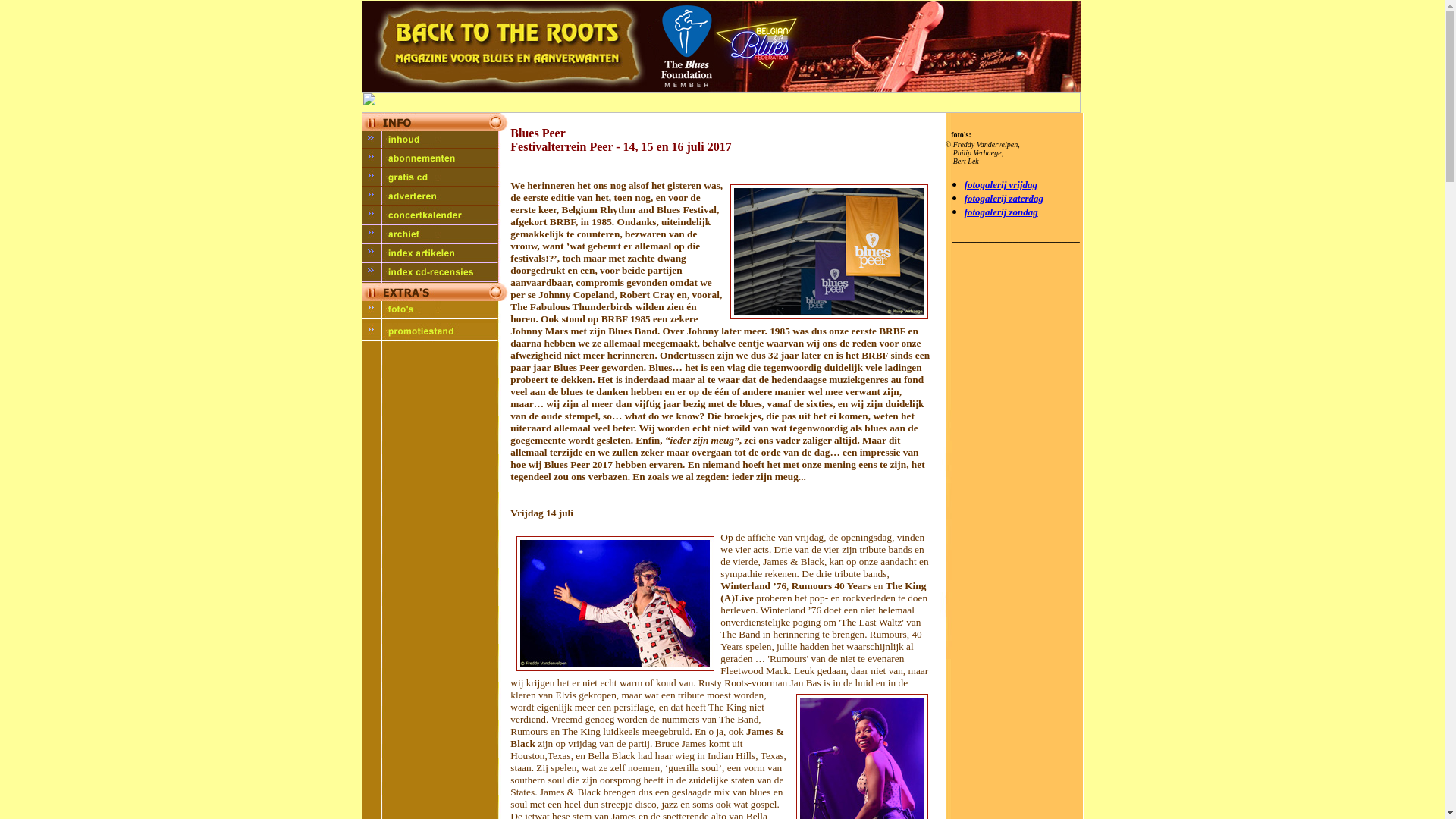 The height and width of the screenshot is (819, 1456). I want to click on 'fotogalerij zondag', so click(1001, 212).